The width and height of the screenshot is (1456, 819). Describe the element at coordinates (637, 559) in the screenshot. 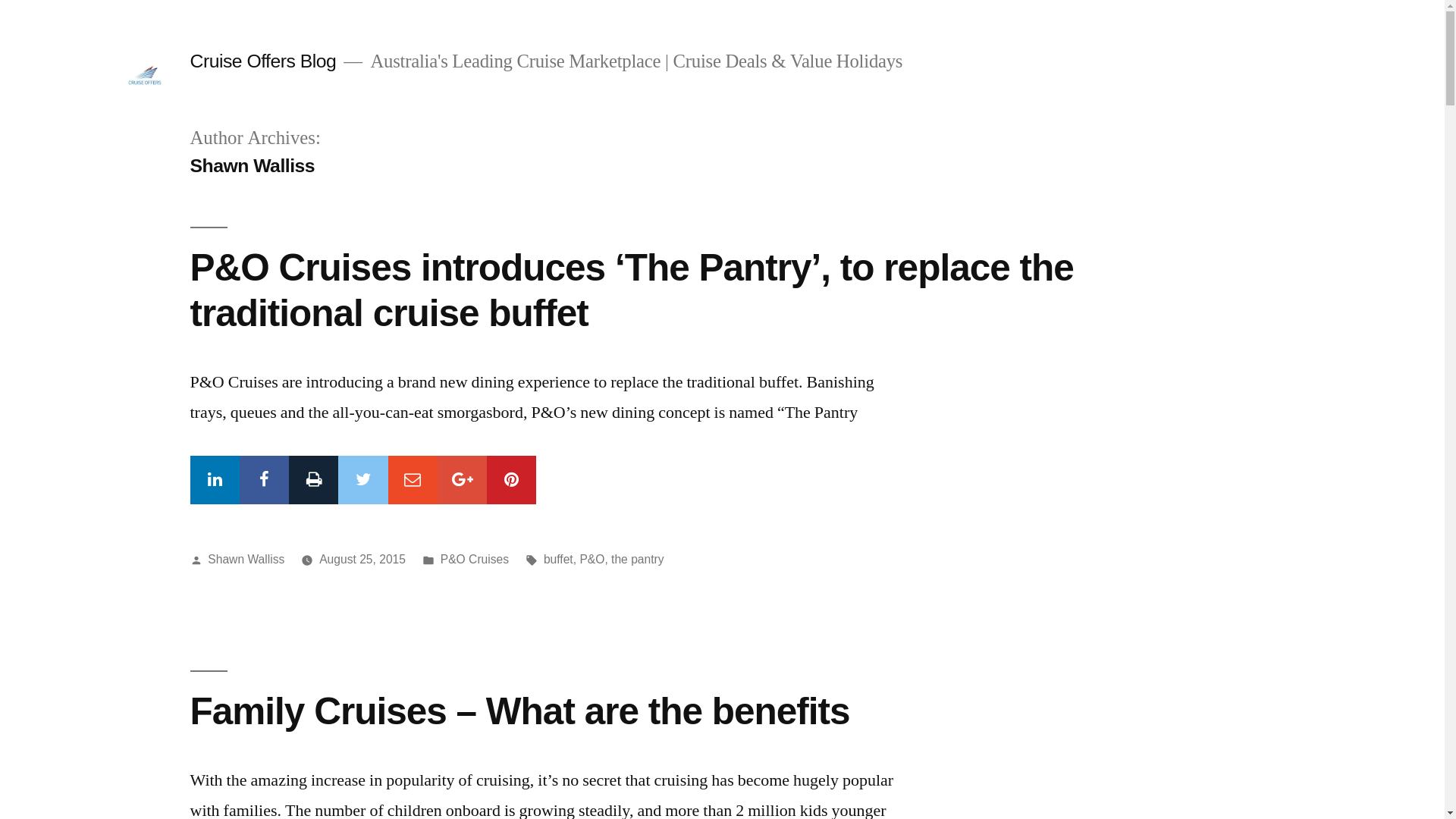

I see `'the pantry'` at that location.